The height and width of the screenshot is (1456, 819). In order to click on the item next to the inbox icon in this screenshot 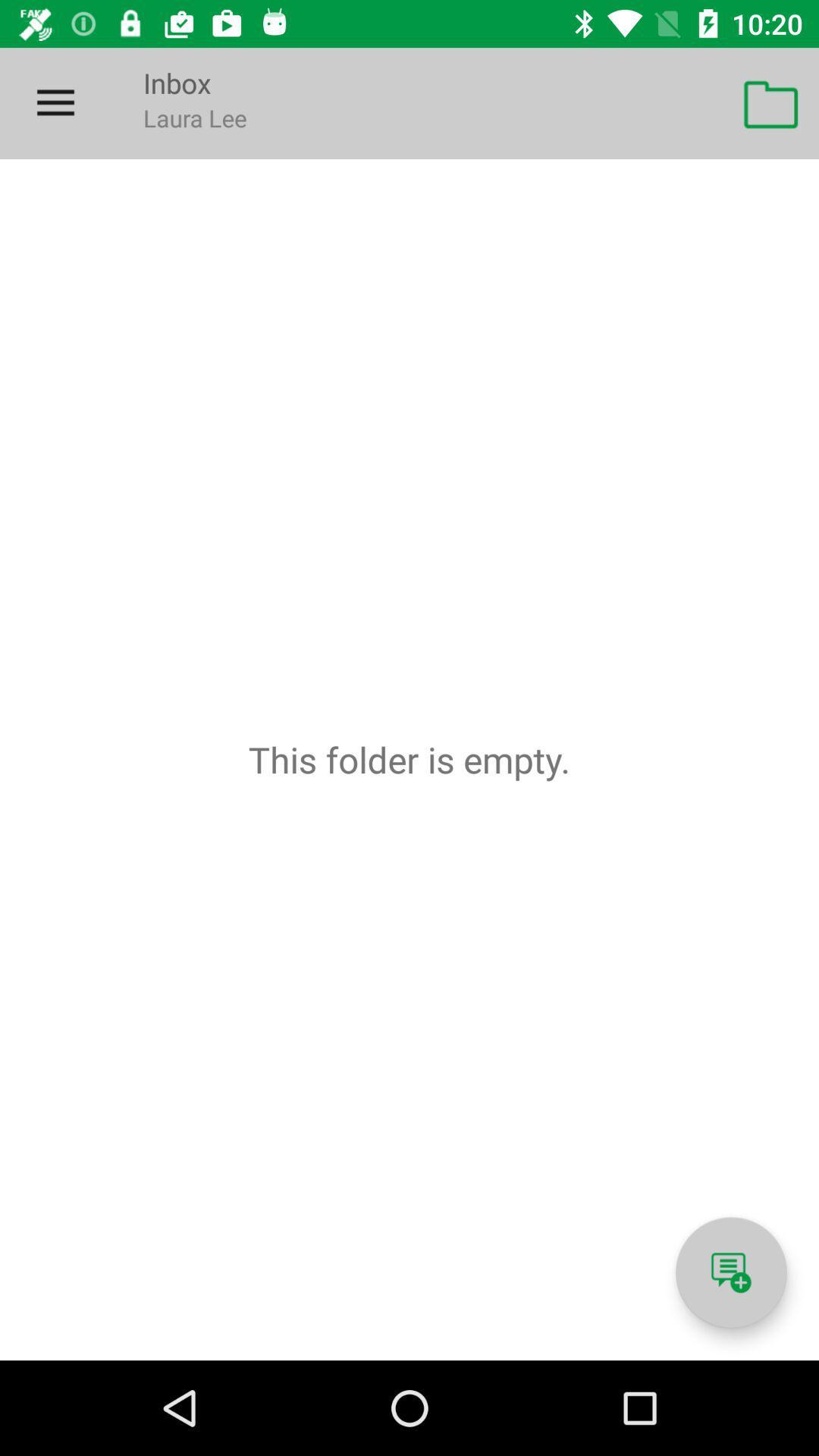, I will do `click(55, 102)`.